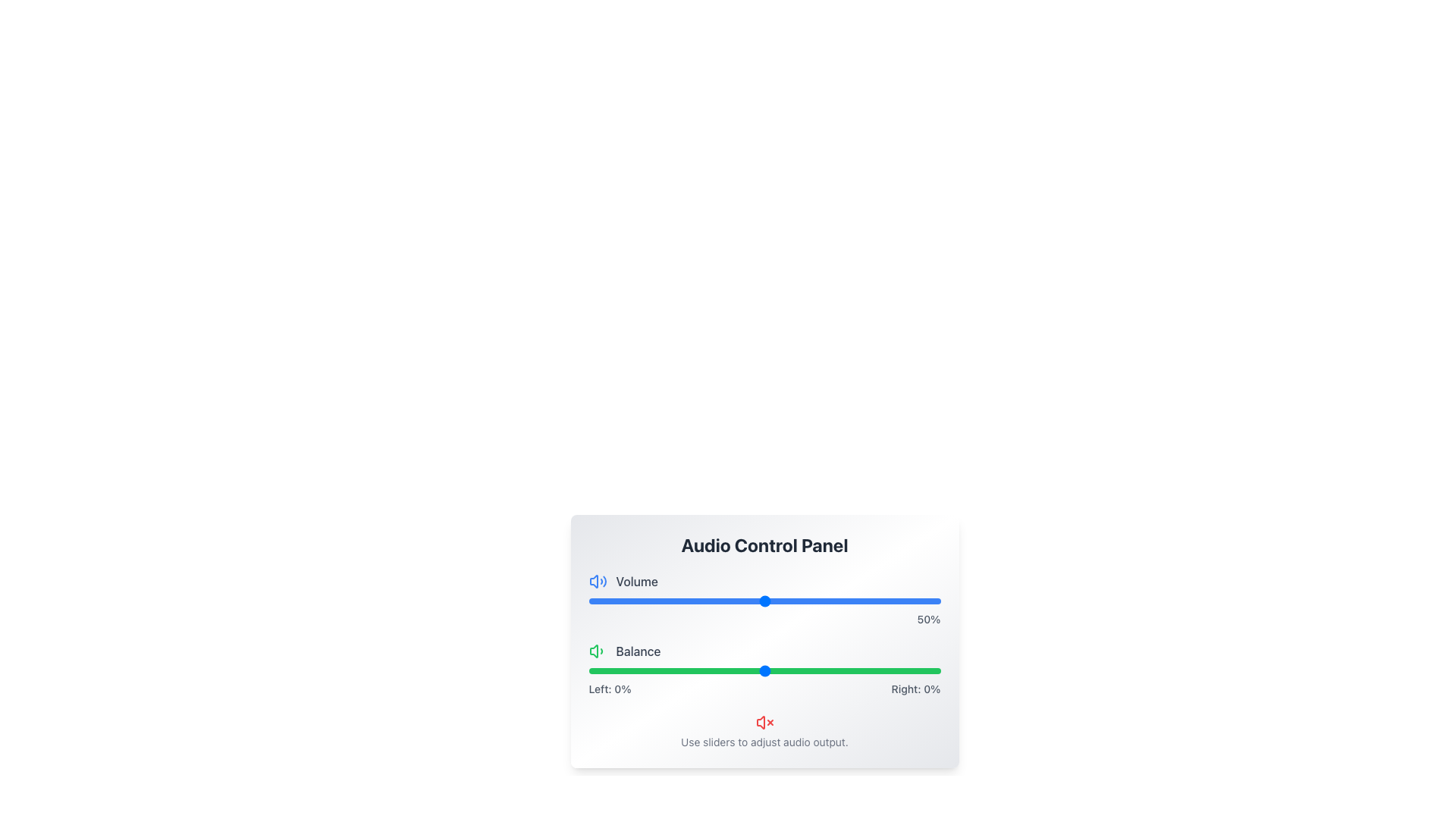 The width and height of the screenshot is (1456, 819). Describe the element at coordinates (597, 581) in the screenshot. I see `the blue speaker icon with sound waves located to the left of the 'Volume' text label in the audio control panel` at that location.